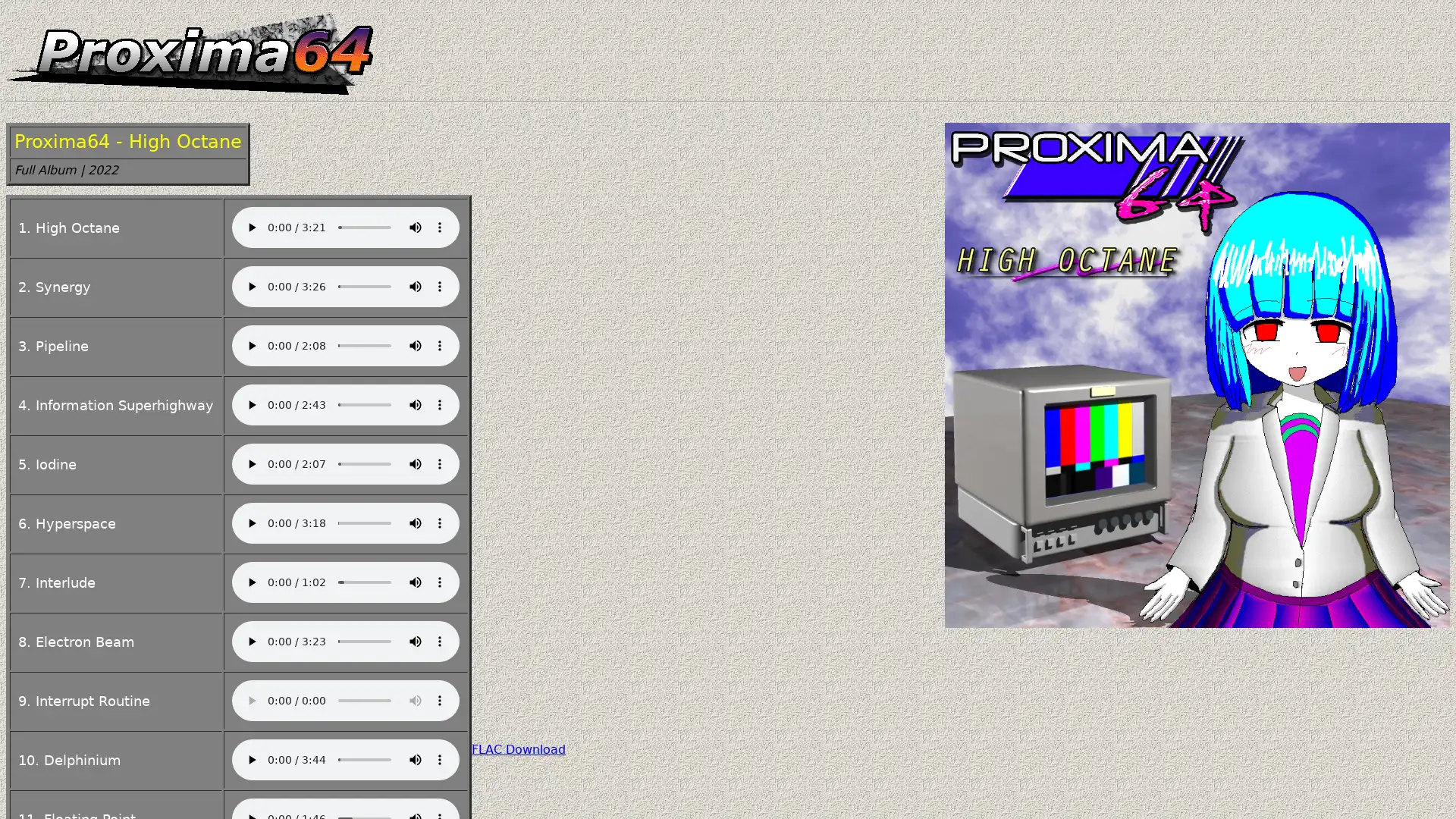 Image resolution: width=1456 pixels, height=819 pixels. Describe the element at coordinates (439, 581) in the screenshot. I see `show more media controls` at that location.